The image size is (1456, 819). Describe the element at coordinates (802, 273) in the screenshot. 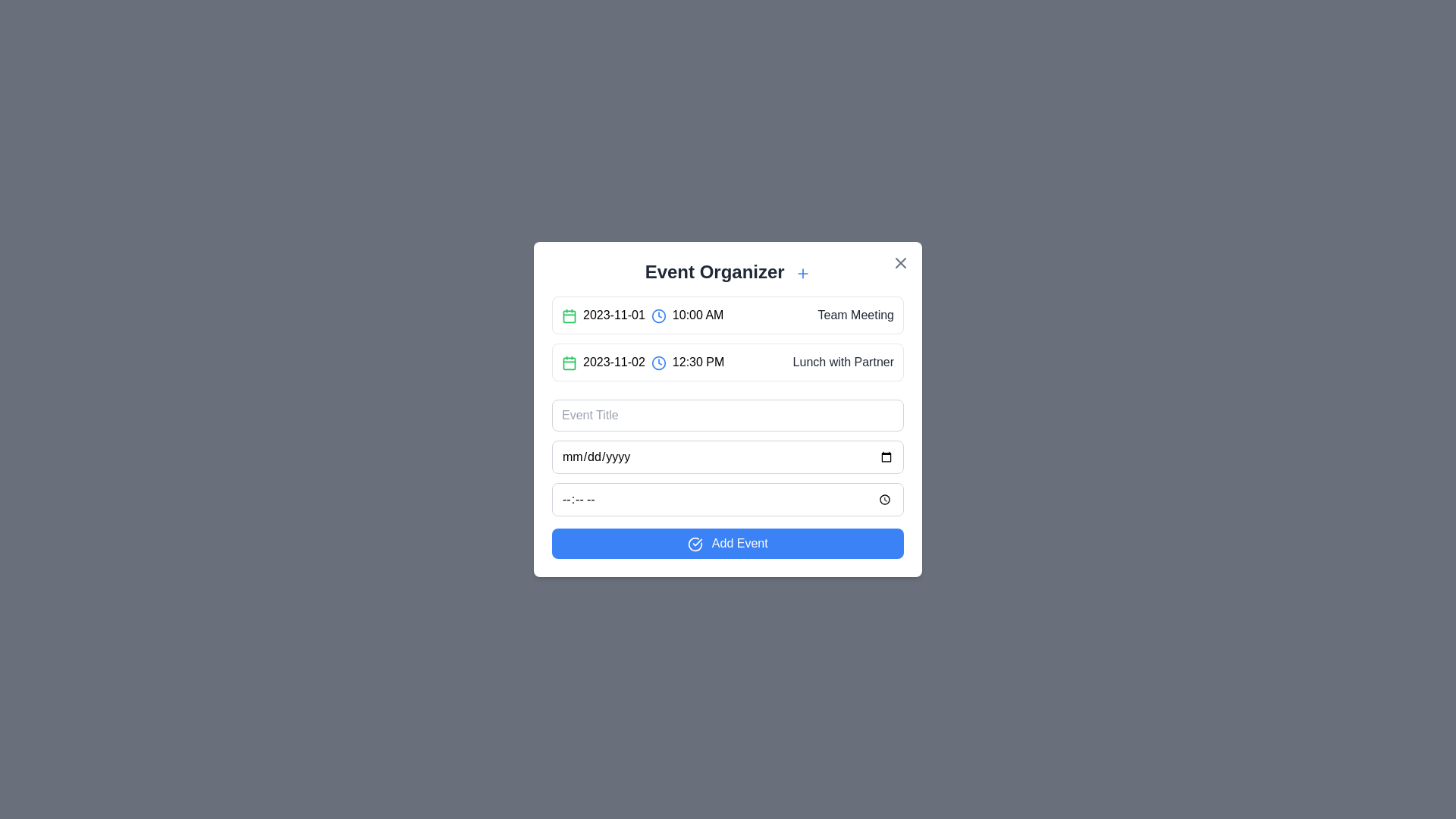

I see `the blue plus icon button located to the right of the 'Event Organizer' title` at that location.